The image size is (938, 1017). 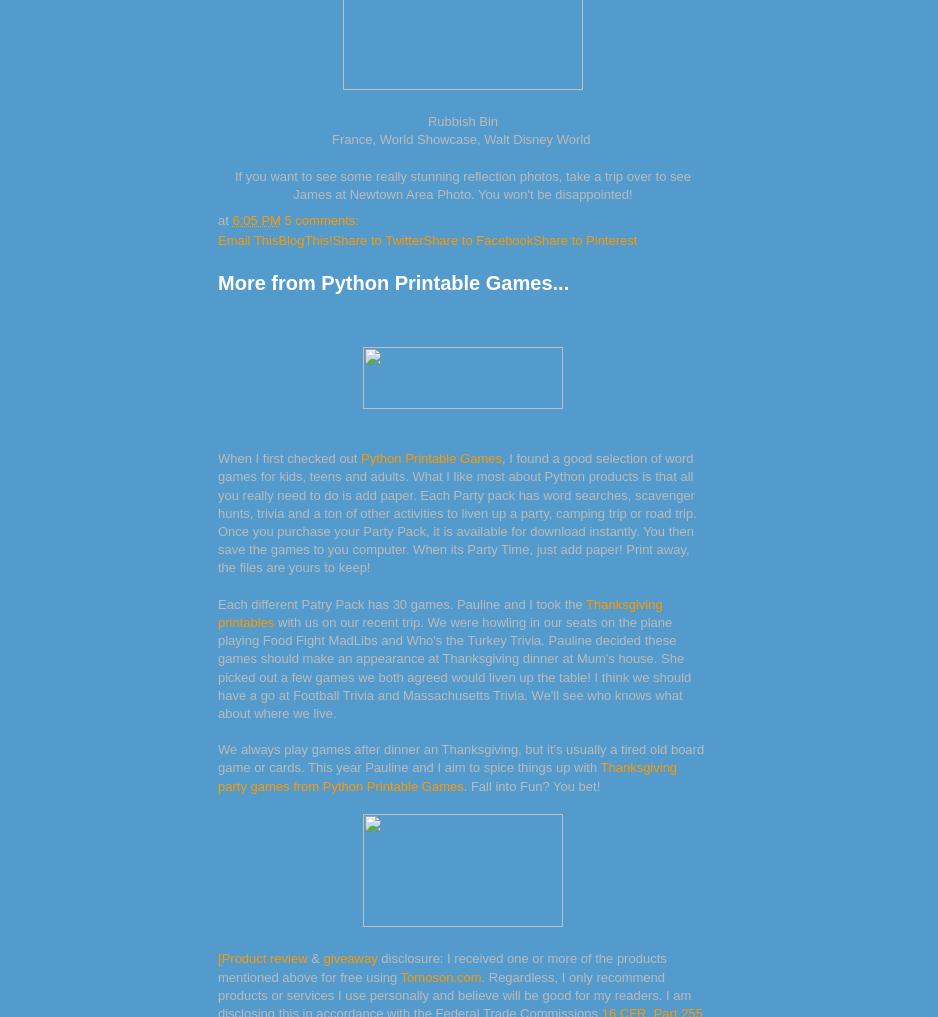 What do you see at coordinates (330, 138) in the screenshot?
I see `'France, World Showcase, Walt Disney World'` at bounding box center [330, 138].